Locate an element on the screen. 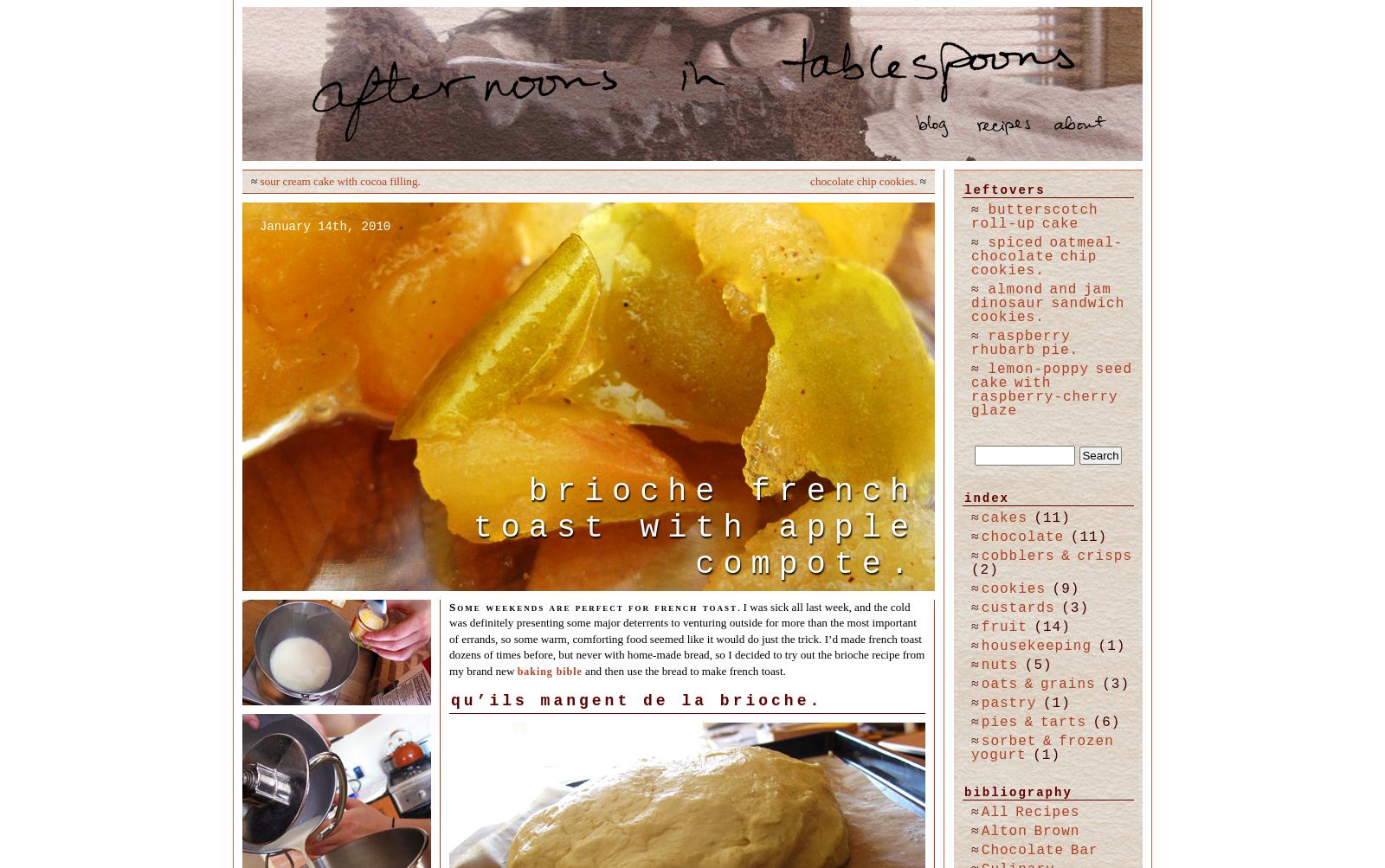  'Alton Brown' is located at coordinates (1030, 830).